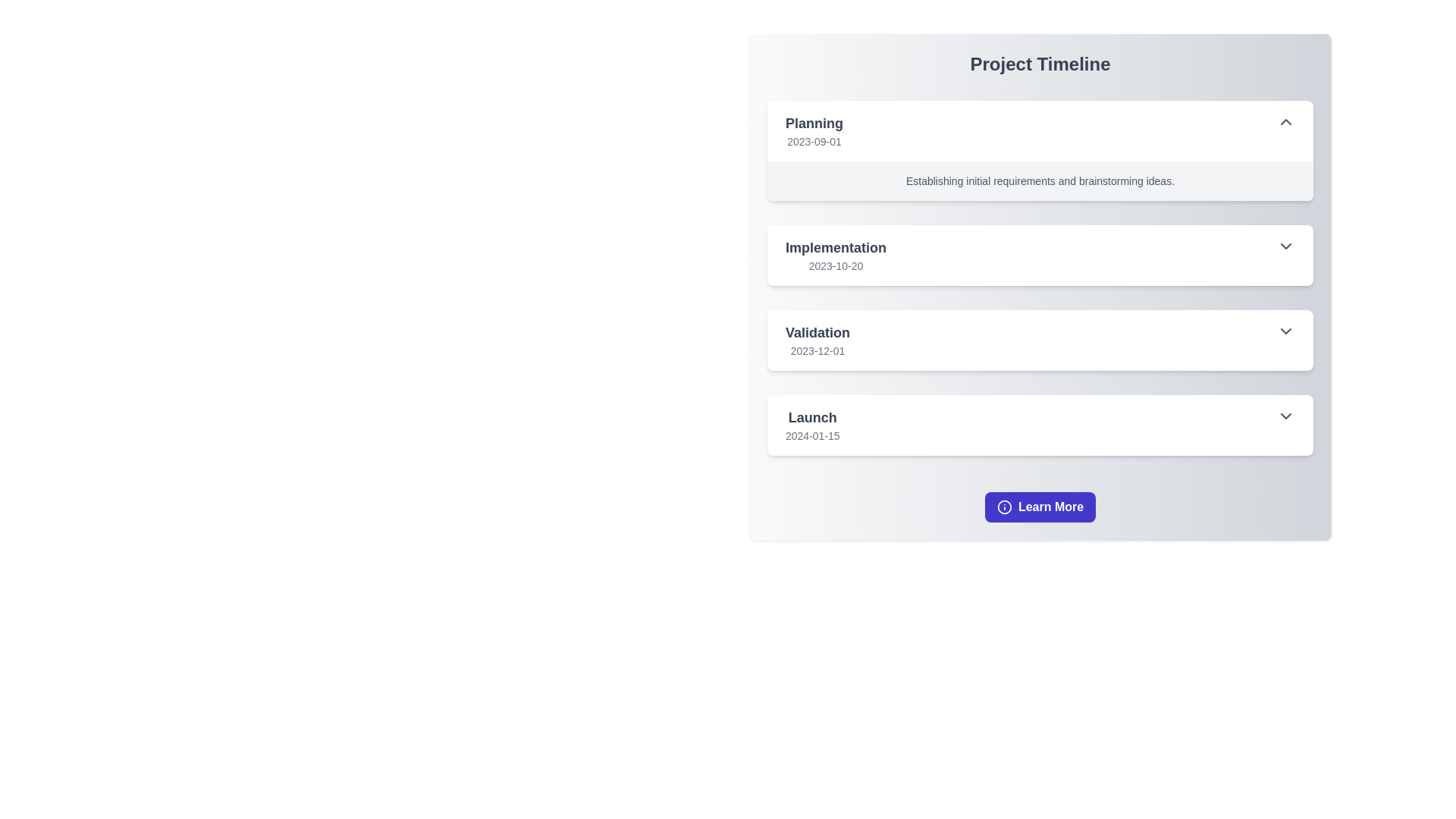 The height and width of the screenshot is (819, 1456). Describe the element at coordinates (835, 265) in the screenshot. I see `the text label displaying the date '2023-10-20' located below the header 'Implementation' in the 'Project Timeline' section` at that location.